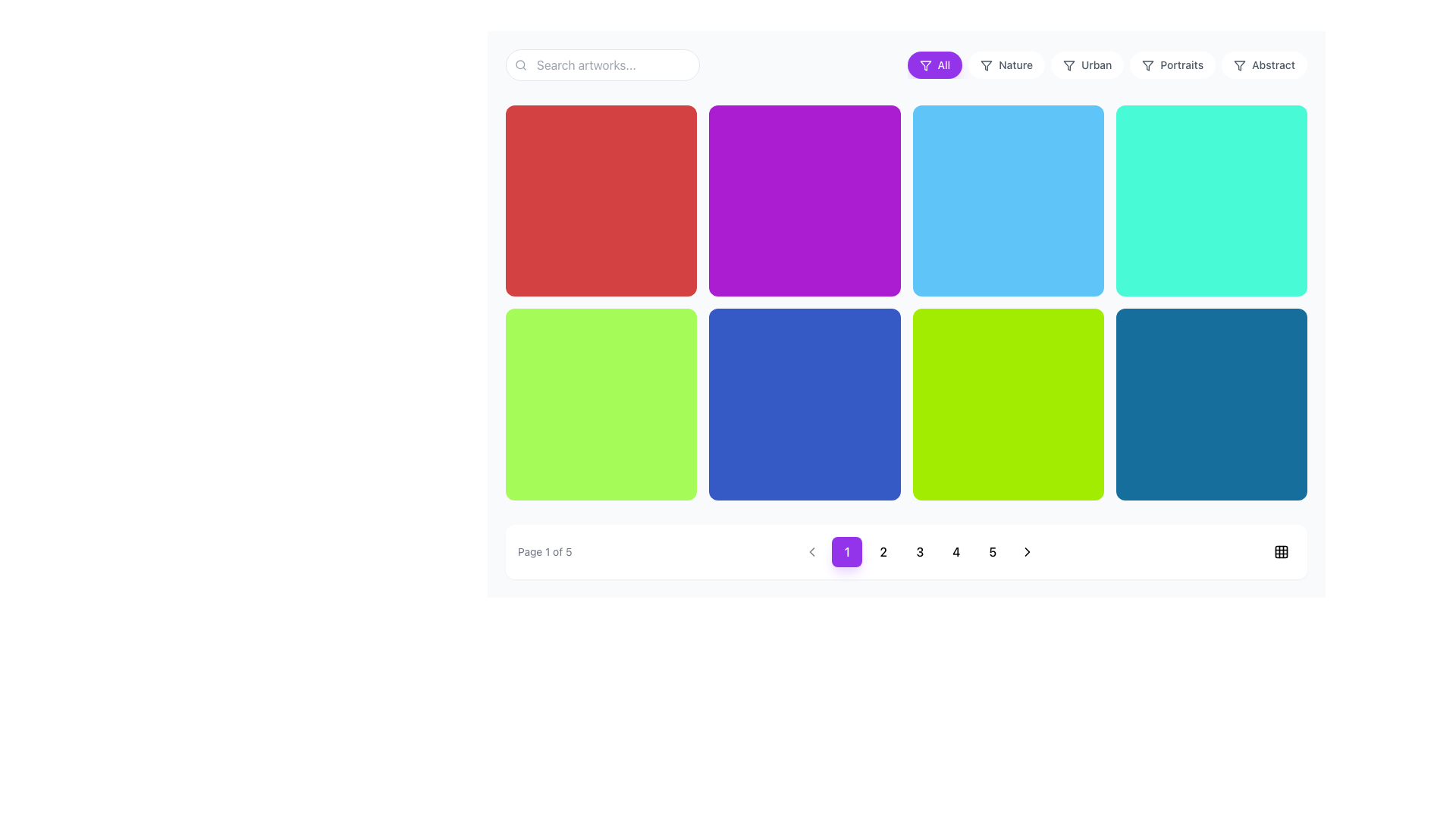 Image resolution: width=1456 pixels, height=819 pixels. Describe the element at coordinates (1087, 64) in the screenshot. I see `the 'Urban' filter tab, which is the third filter tab from the left in a horizontal row of filters at the top of the interface` at that location.